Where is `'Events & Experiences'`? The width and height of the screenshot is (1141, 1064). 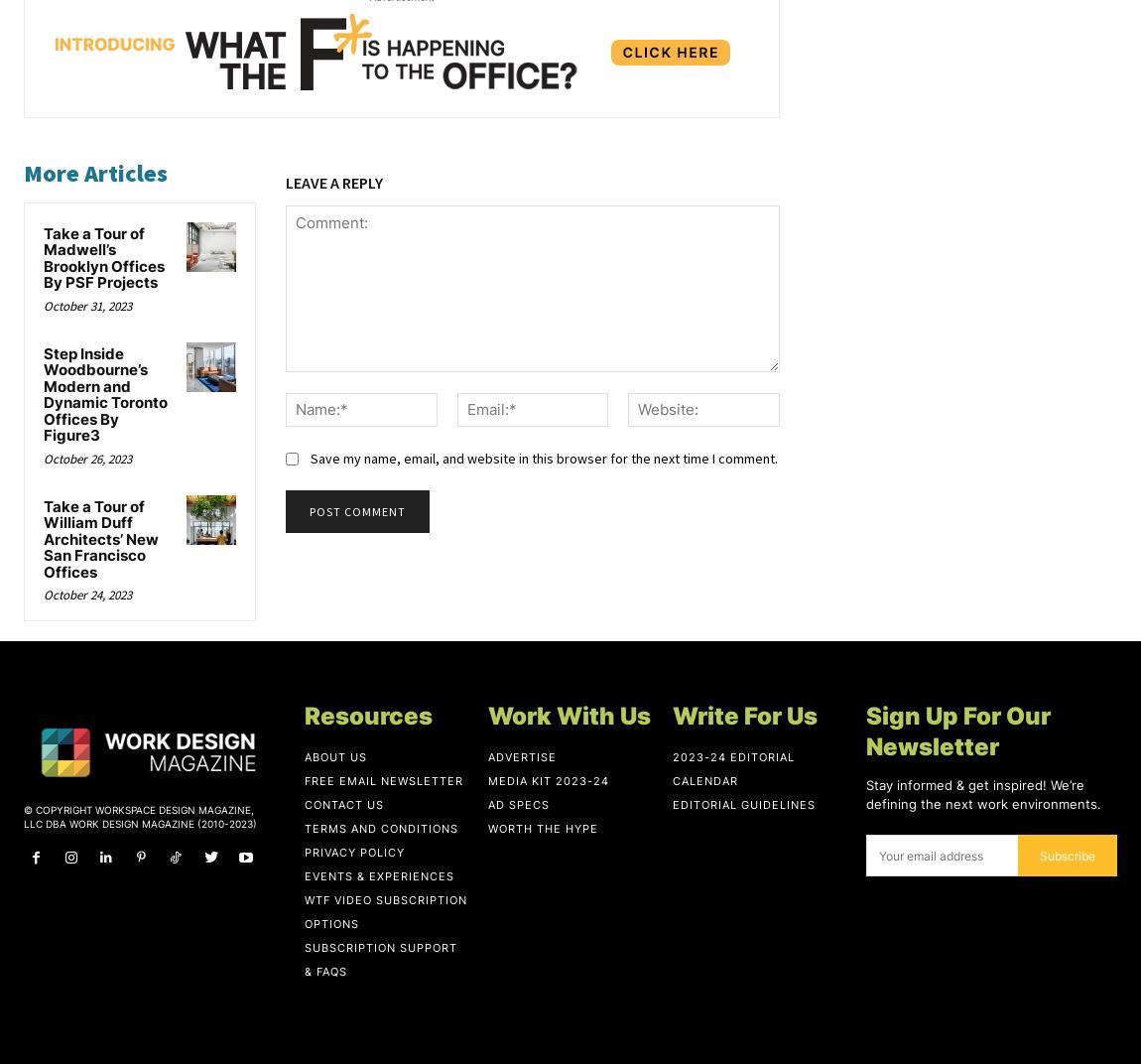
'Events & Experiences' is located at coordinates (305, 876).